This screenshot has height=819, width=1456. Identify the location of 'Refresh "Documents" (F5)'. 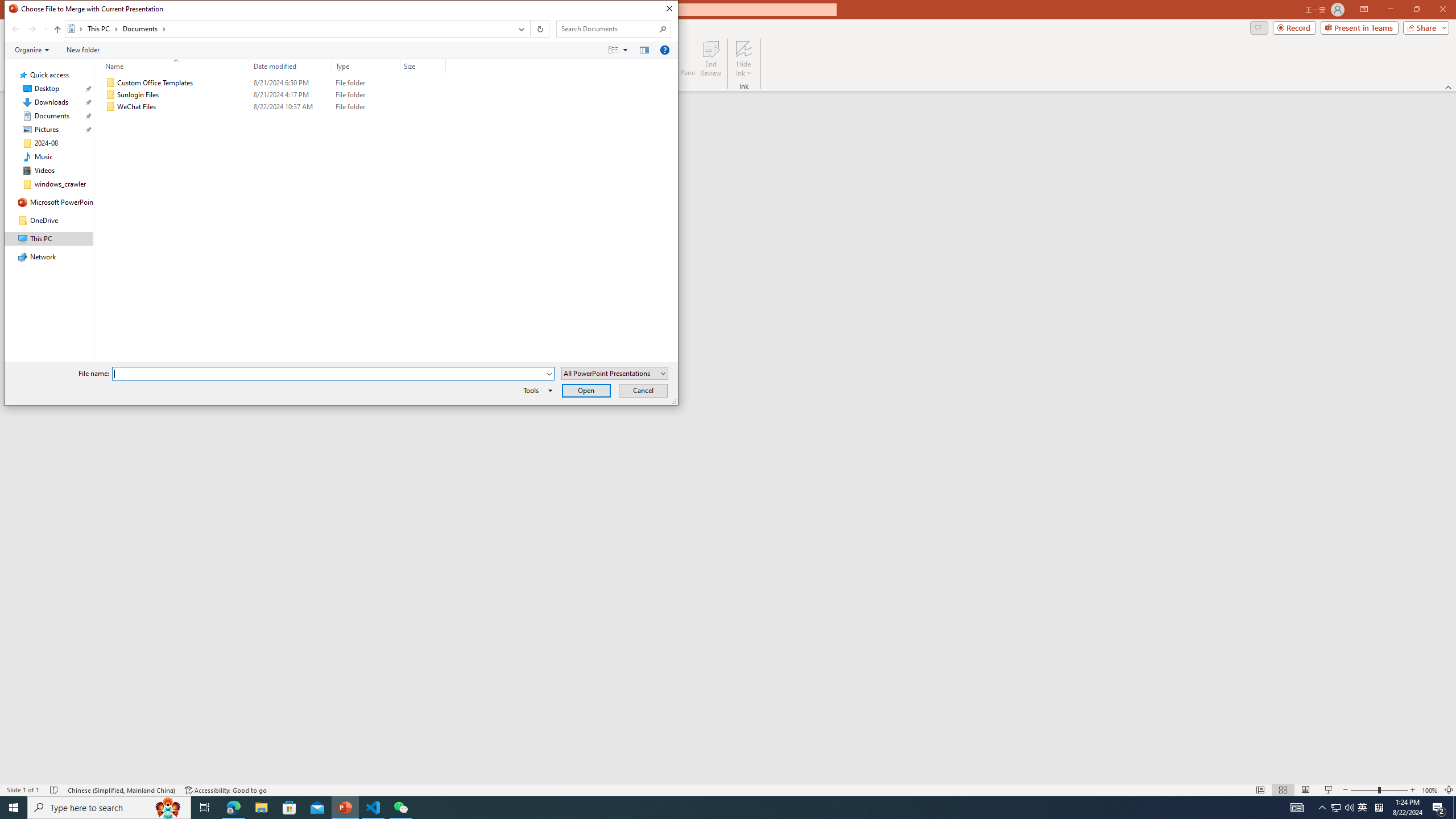
(539, 28).